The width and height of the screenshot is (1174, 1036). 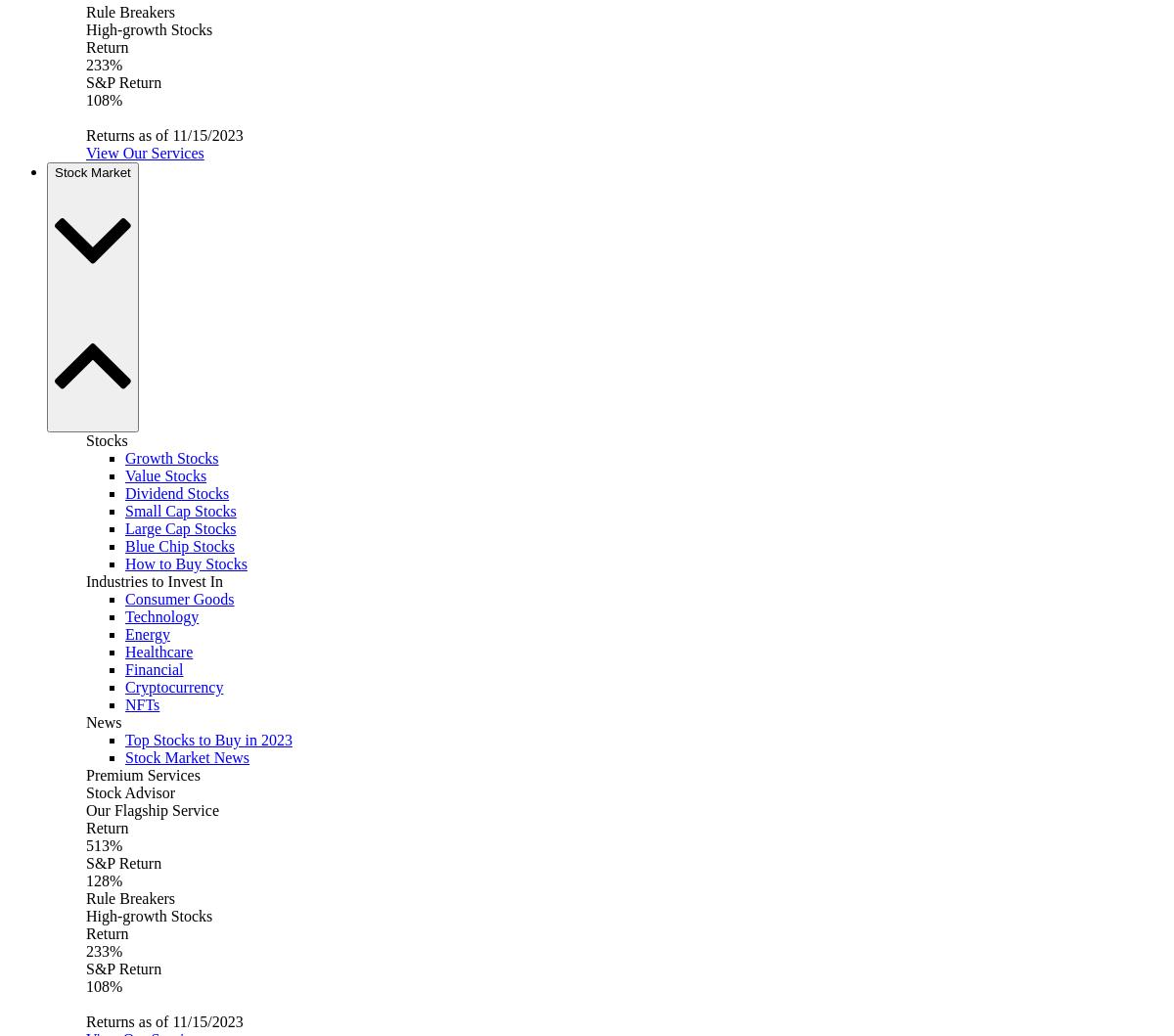 I want to click on 'Growth Stocks', so click(x=125, y=458).